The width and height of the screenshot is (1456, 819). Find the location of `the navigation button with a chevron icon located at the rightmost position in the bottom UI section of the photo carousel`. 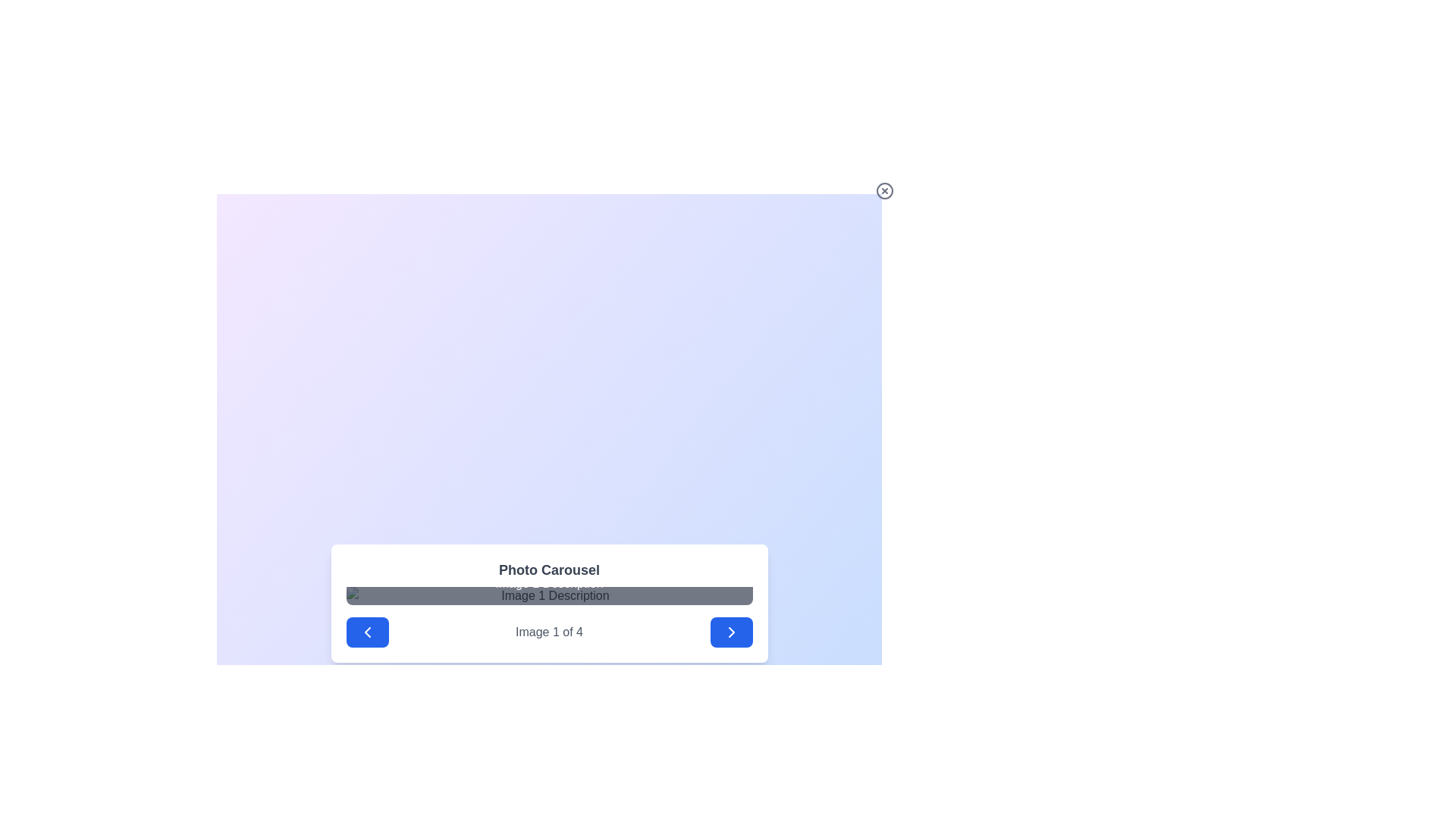

the navigation button with a chevron icon located at the rightmost position in the bottom UI section of the photo carousel is located at coordinates (731, 632).